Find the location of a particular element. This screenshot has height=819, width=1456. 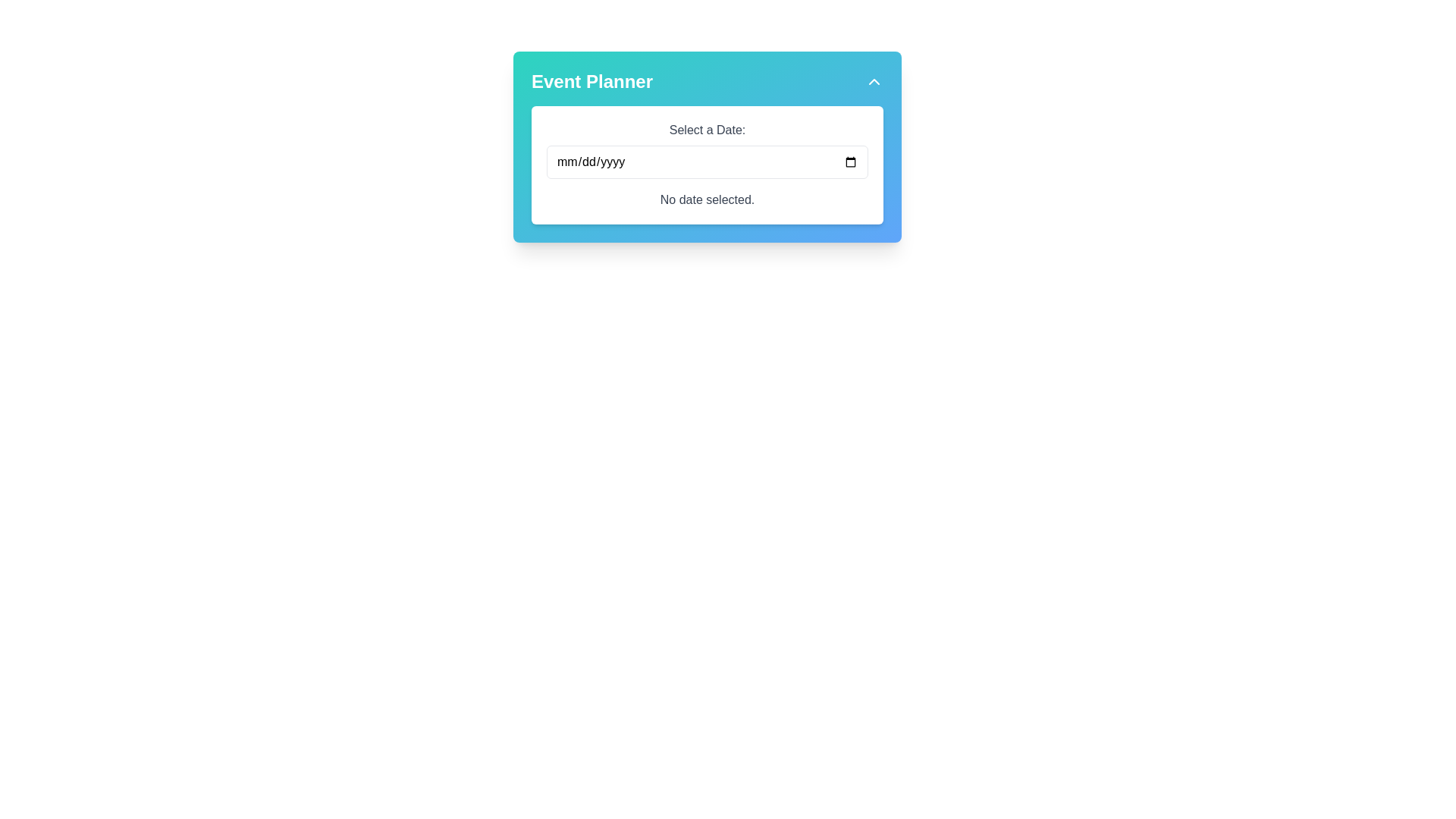

the date input field in the Card with form elements is located at coordinates (706, 146).